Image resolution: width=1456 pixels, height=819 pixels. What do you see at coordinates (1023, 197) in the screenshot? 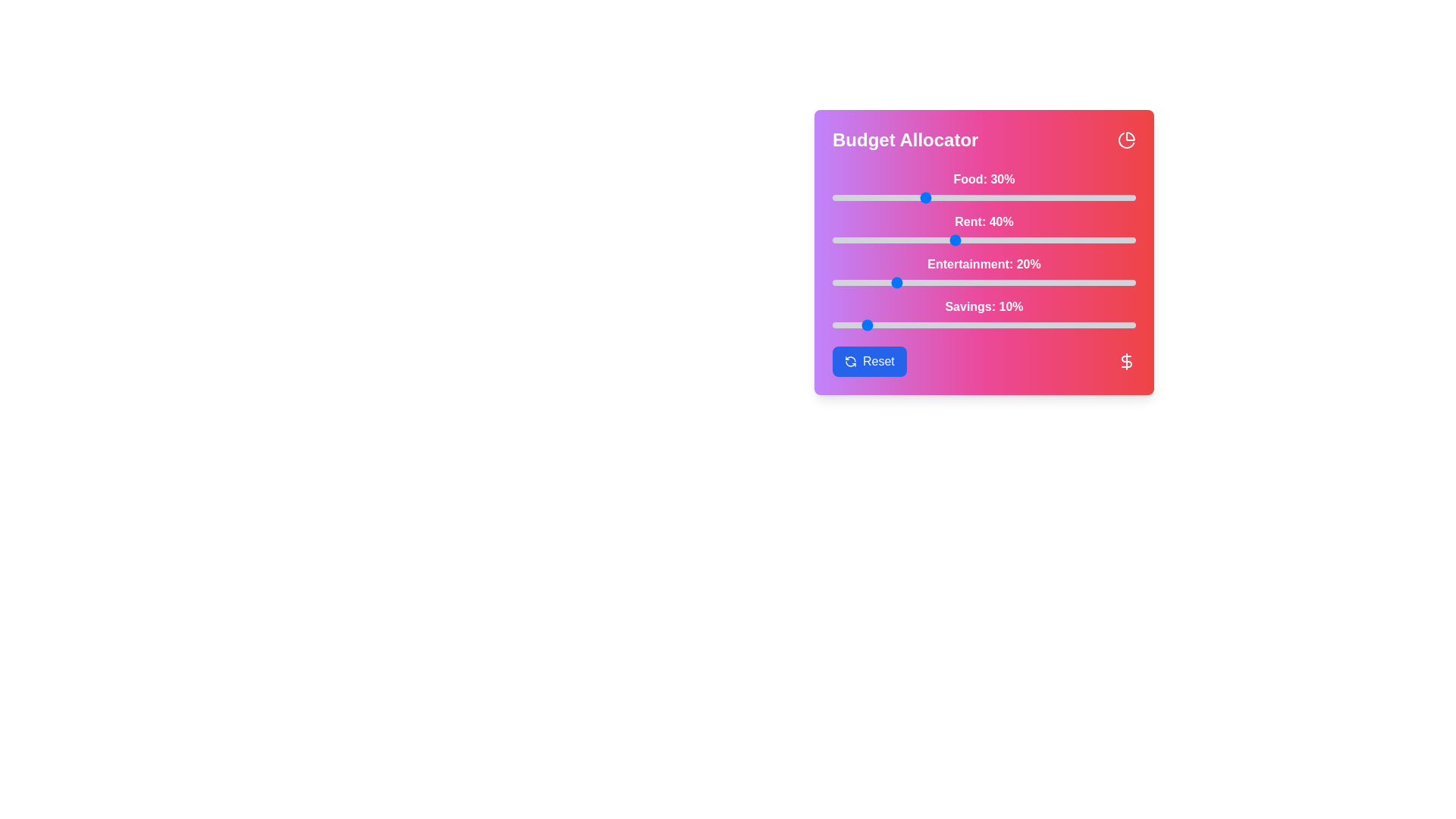
I see `the 'Food' budget slider` at bounding box center [1023, 197].